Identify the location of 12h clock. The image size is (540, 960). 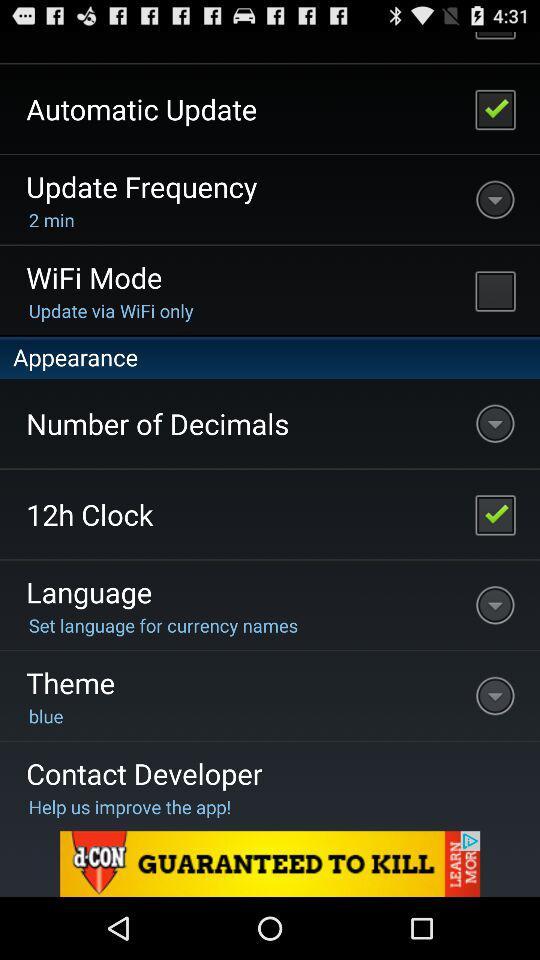
(494, 513).